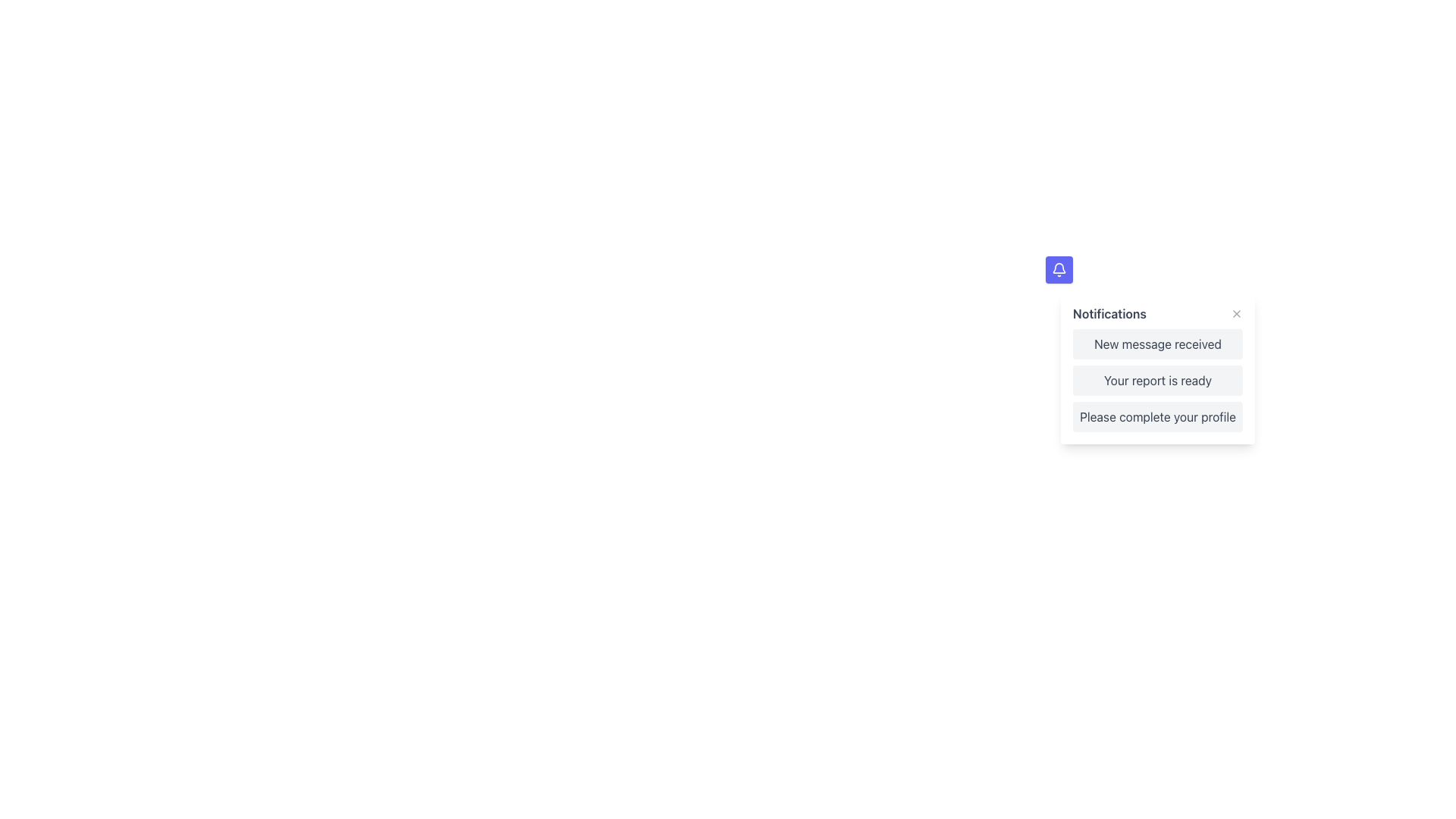 The height and width of the screenshot is (819, 1456). Describe the element at coordinates (1109, 312) in the screenshot. I see `the Text Label that serves as the title for the notification panel, positioned within the notification popup and aligned to the left` at that location.